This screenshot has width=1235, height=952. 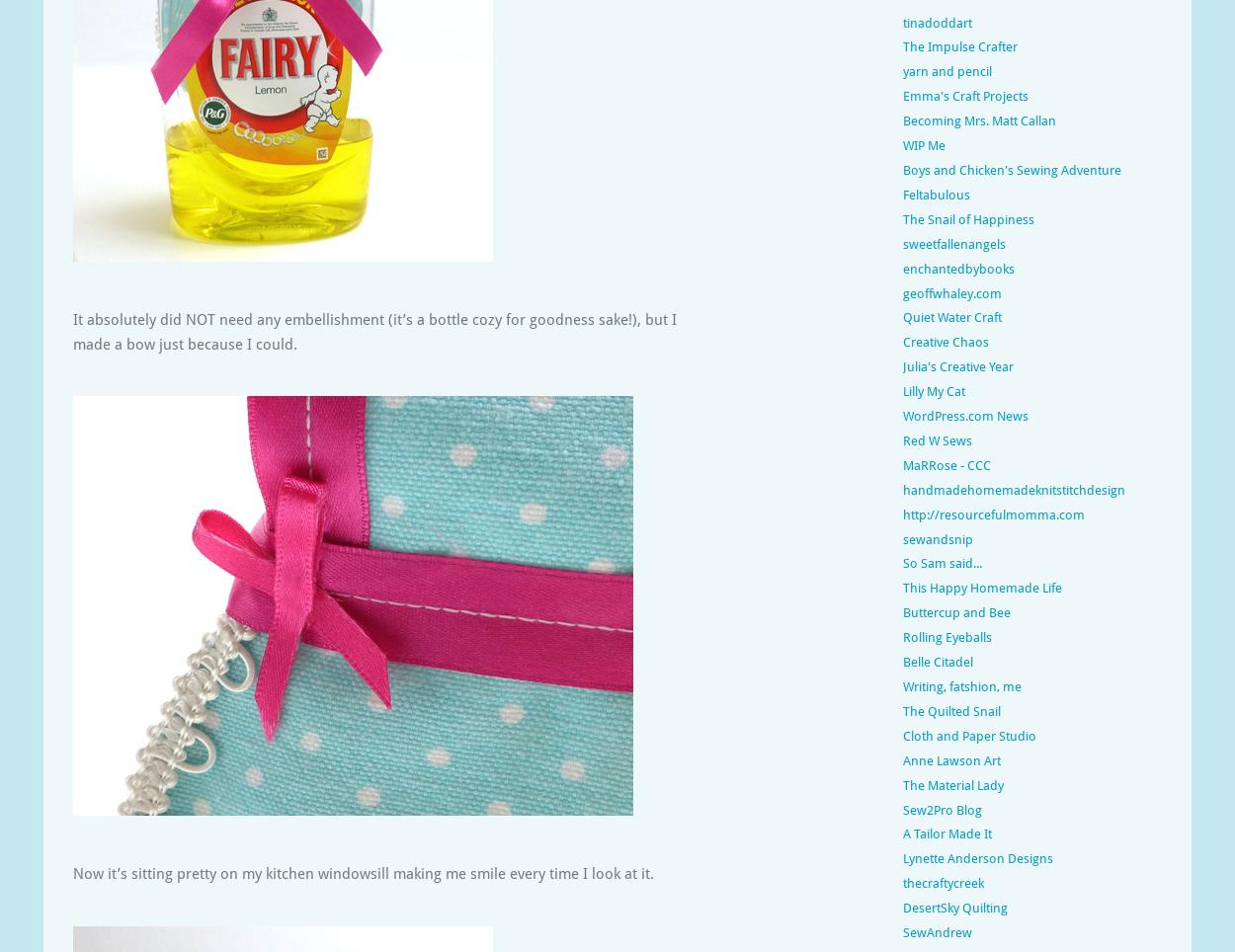 What do you see at coordinates (942, 562) in the screenshot?
I see `'So Sam said...'` at bounding box center [942, 562].